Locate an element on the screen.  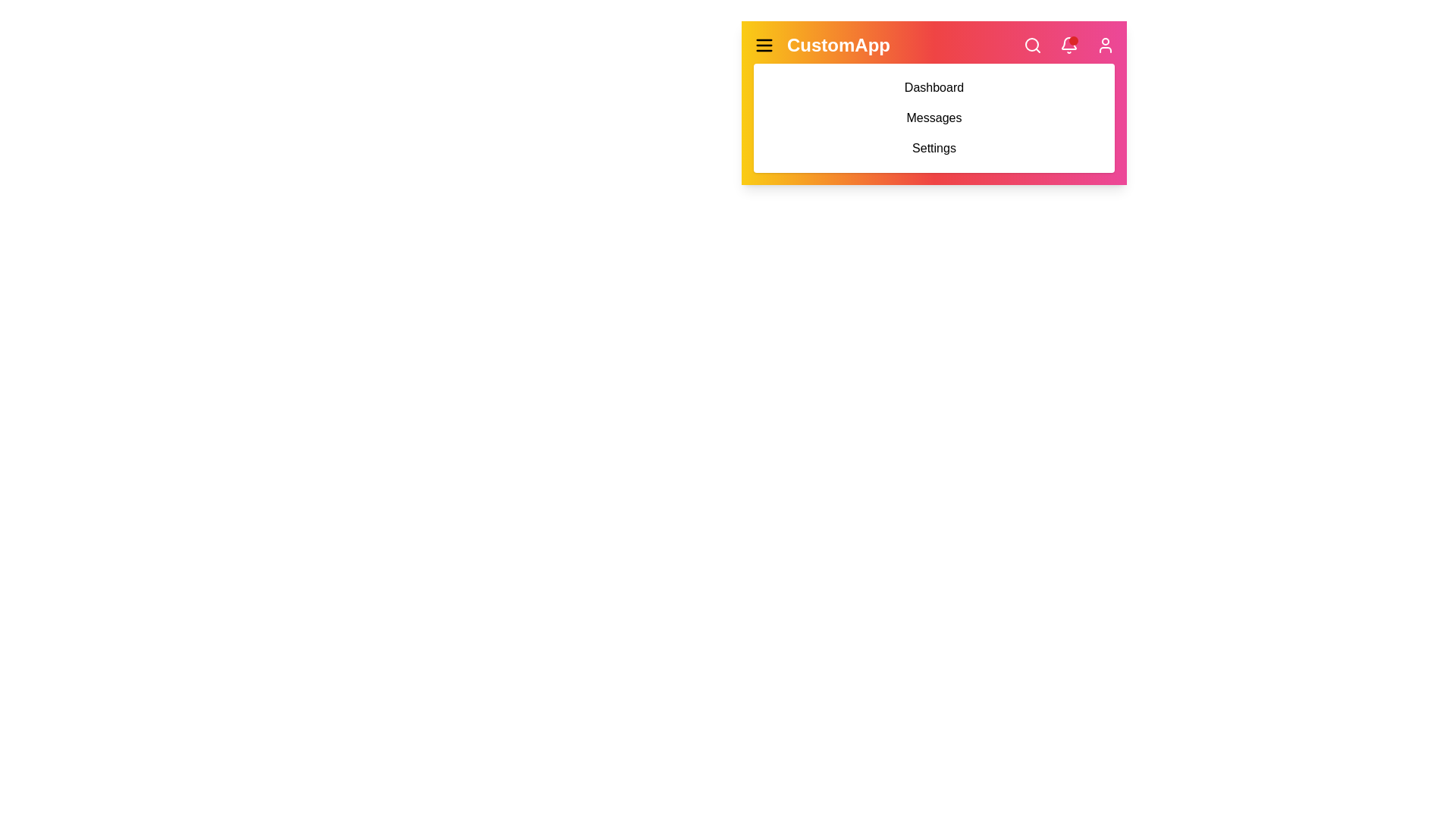
the user icon to access the user profile is located at coordinates (1106, 45).